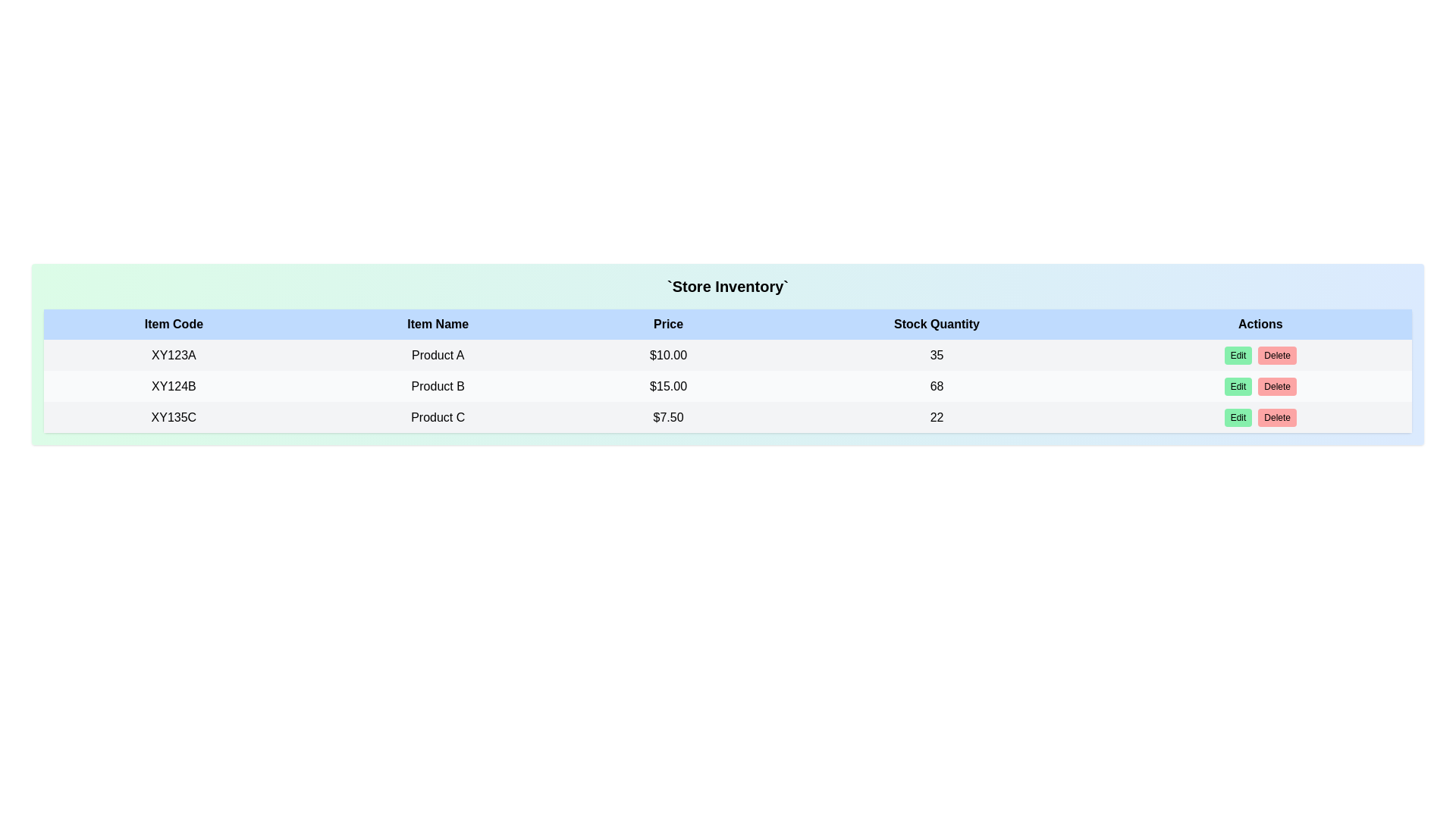 This screenshot has width=1456, height=819. What do you see at coordinates (174, 417) in the screenshot?
I see `the text label displaying 'XY135C' located in the first cell under the 'Item Code' column of the table row for 'Product C'` at bounding box center [174, 417].